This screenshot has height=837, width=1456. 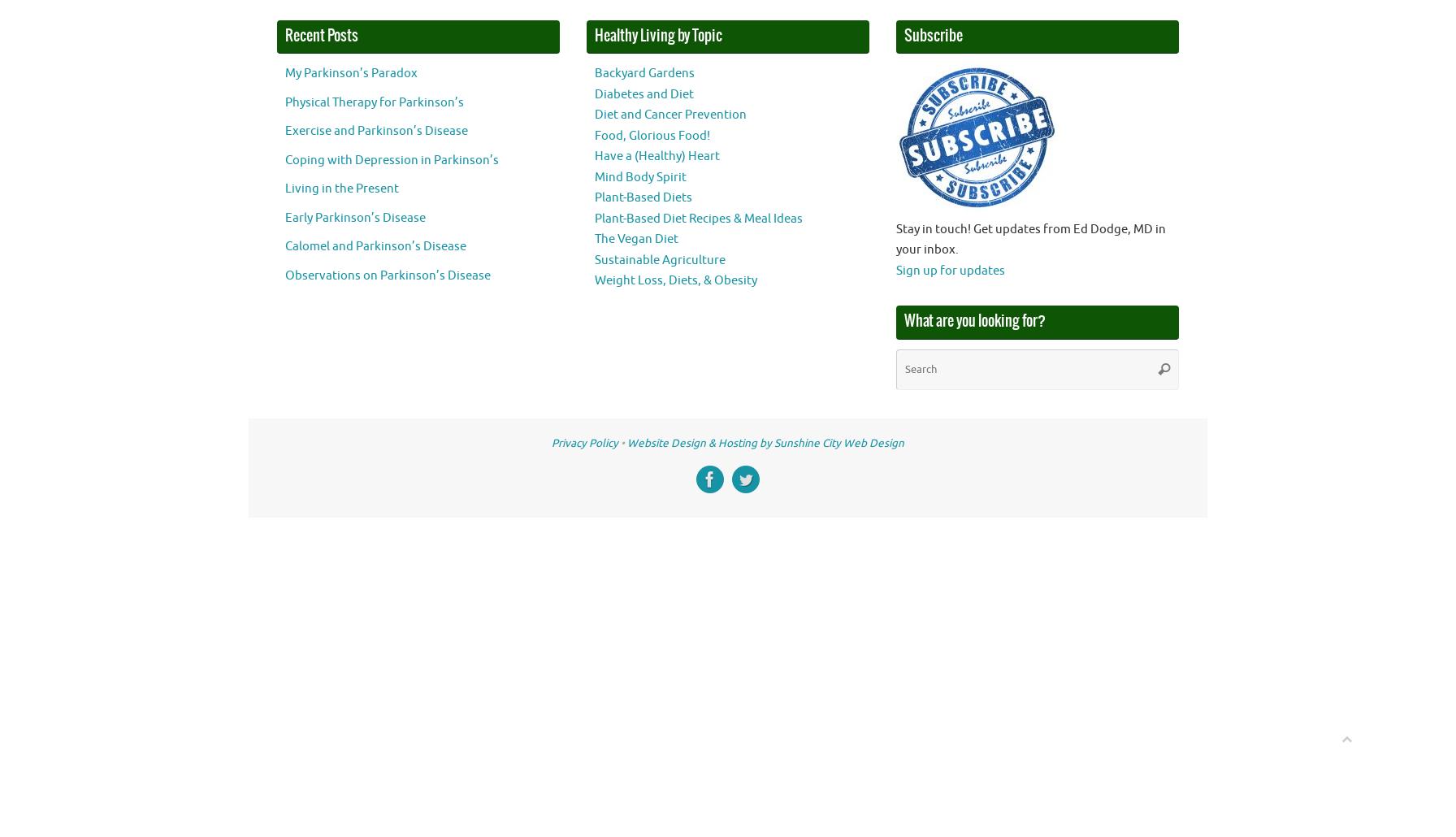 What do you see at coordinates (322, 35) in the screenshot?
I see `'Recent Posts'` at bounding box center [322, 35].